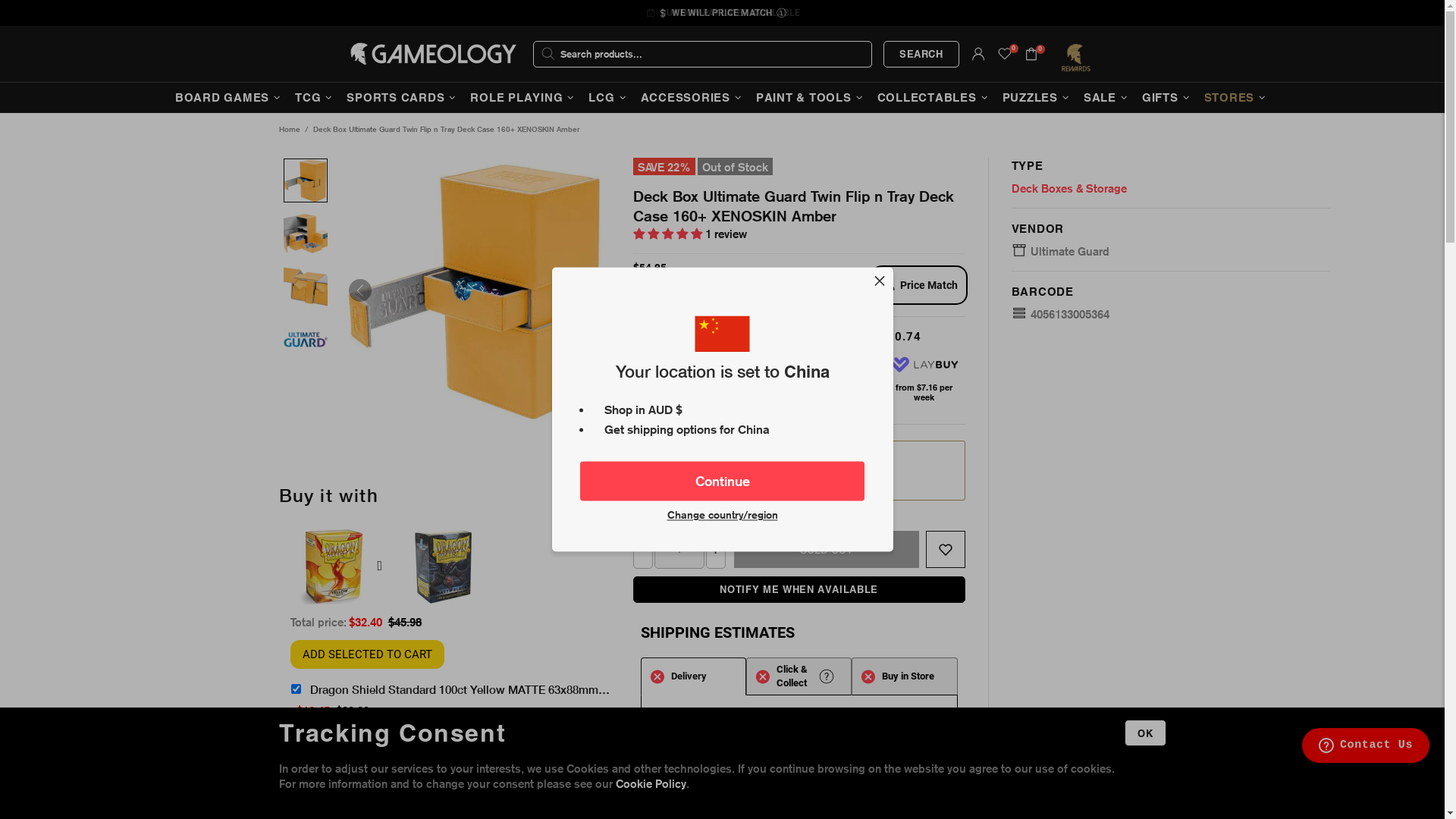  I want to click on 'ACCESSORIES', so click(692, 97).